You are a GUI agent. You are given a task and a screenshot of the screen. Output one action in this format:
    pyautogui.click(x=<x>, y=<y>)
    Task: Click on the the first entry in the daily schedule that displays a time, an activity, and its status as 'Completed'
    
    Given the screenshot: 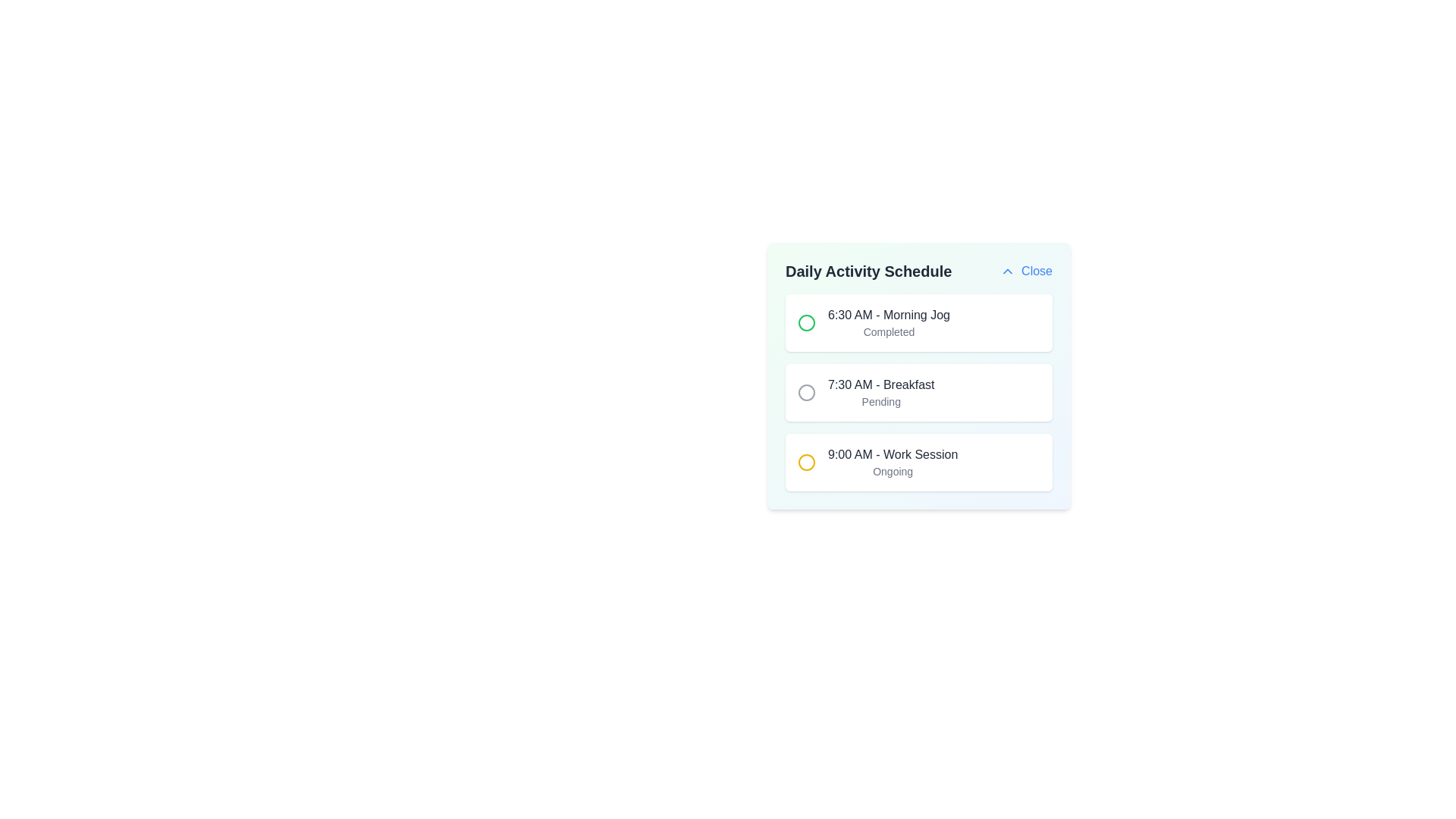 What is the action you would take?
    pyautogui.click(x=889, y=322)
    